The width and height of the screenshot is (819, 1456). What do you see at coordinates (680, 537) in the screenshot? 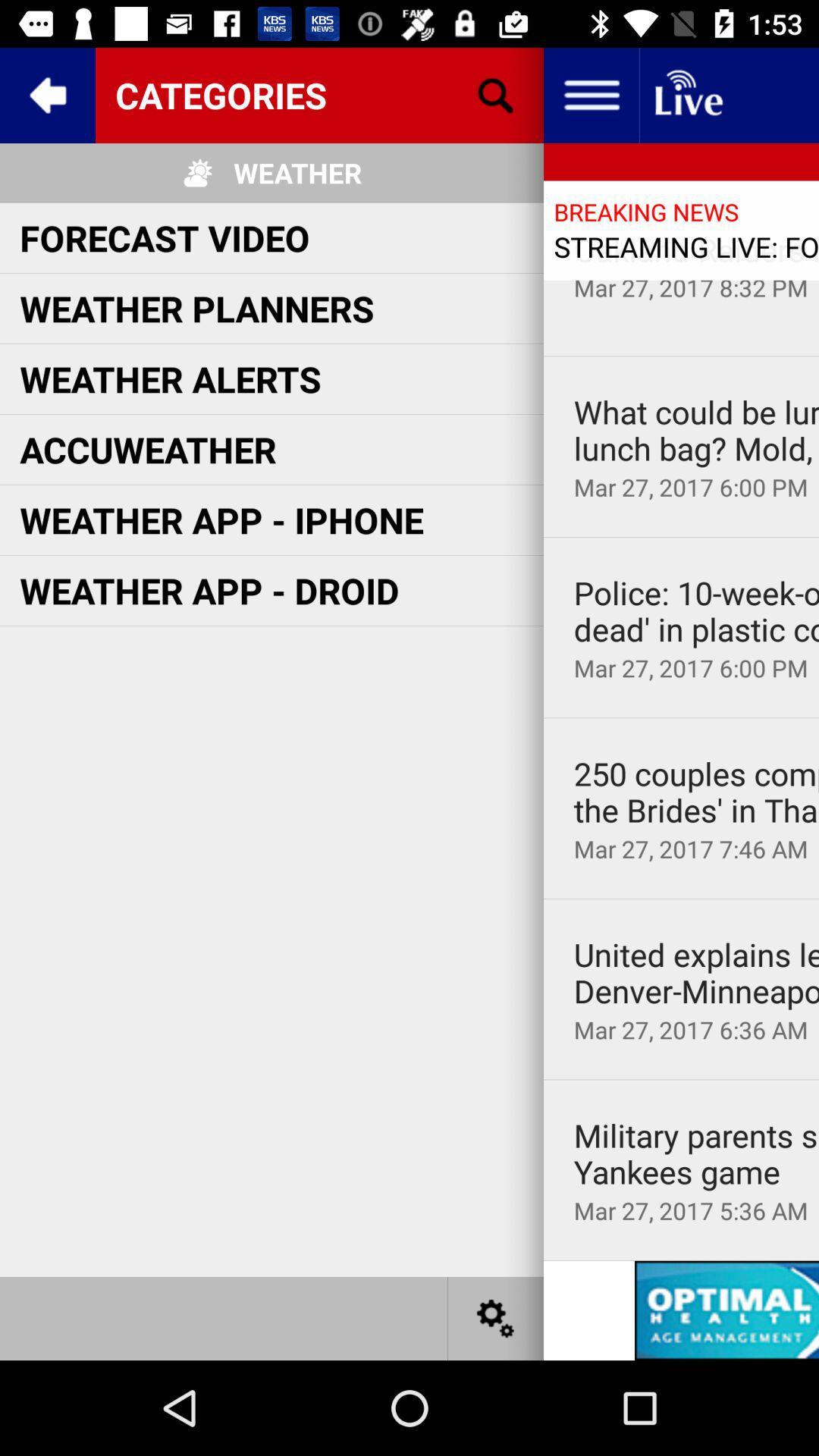
I see `app below mar 27 2017` at bounding box center [680, 537].